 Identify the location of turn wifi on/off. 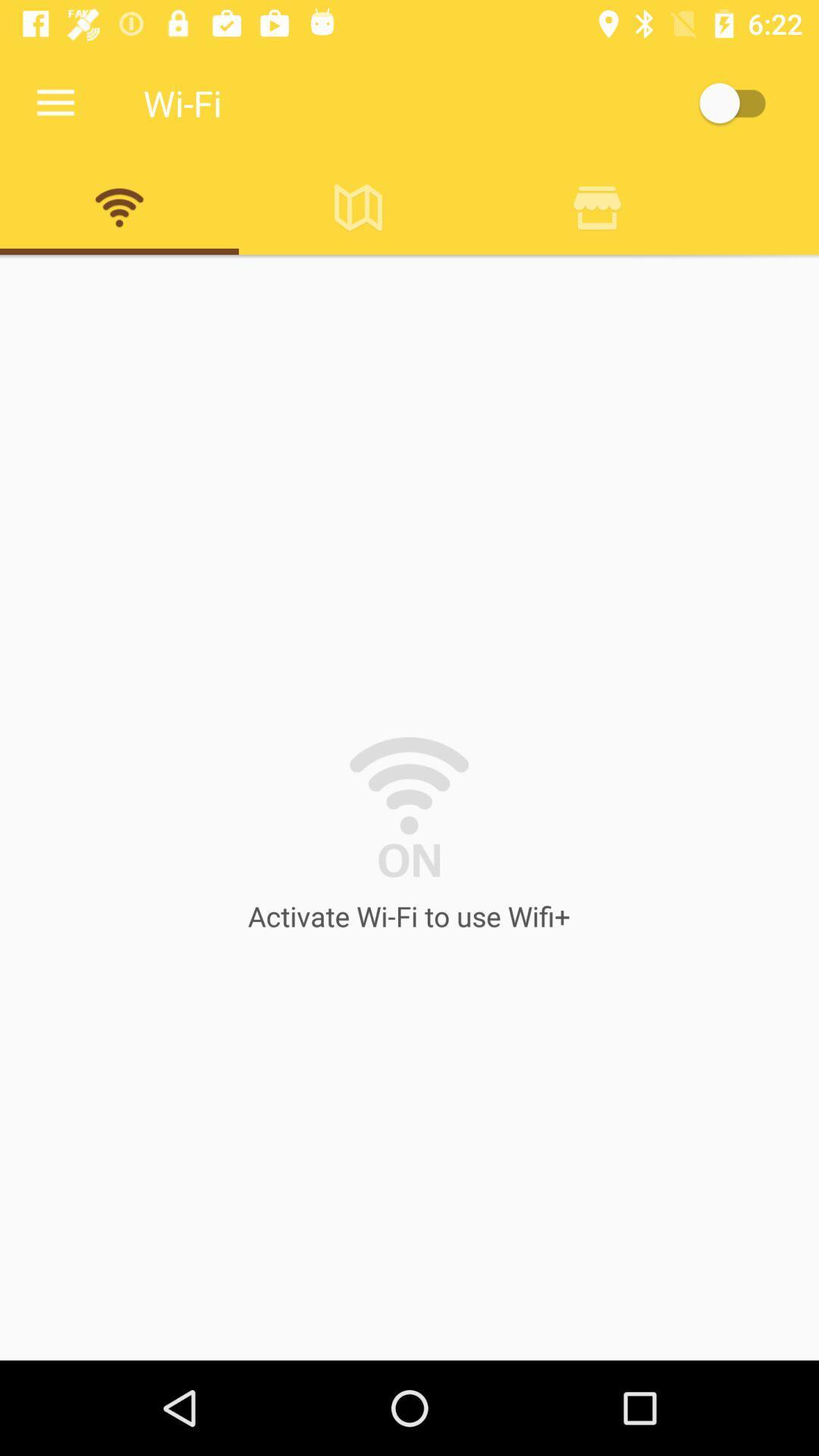
(739, 102).